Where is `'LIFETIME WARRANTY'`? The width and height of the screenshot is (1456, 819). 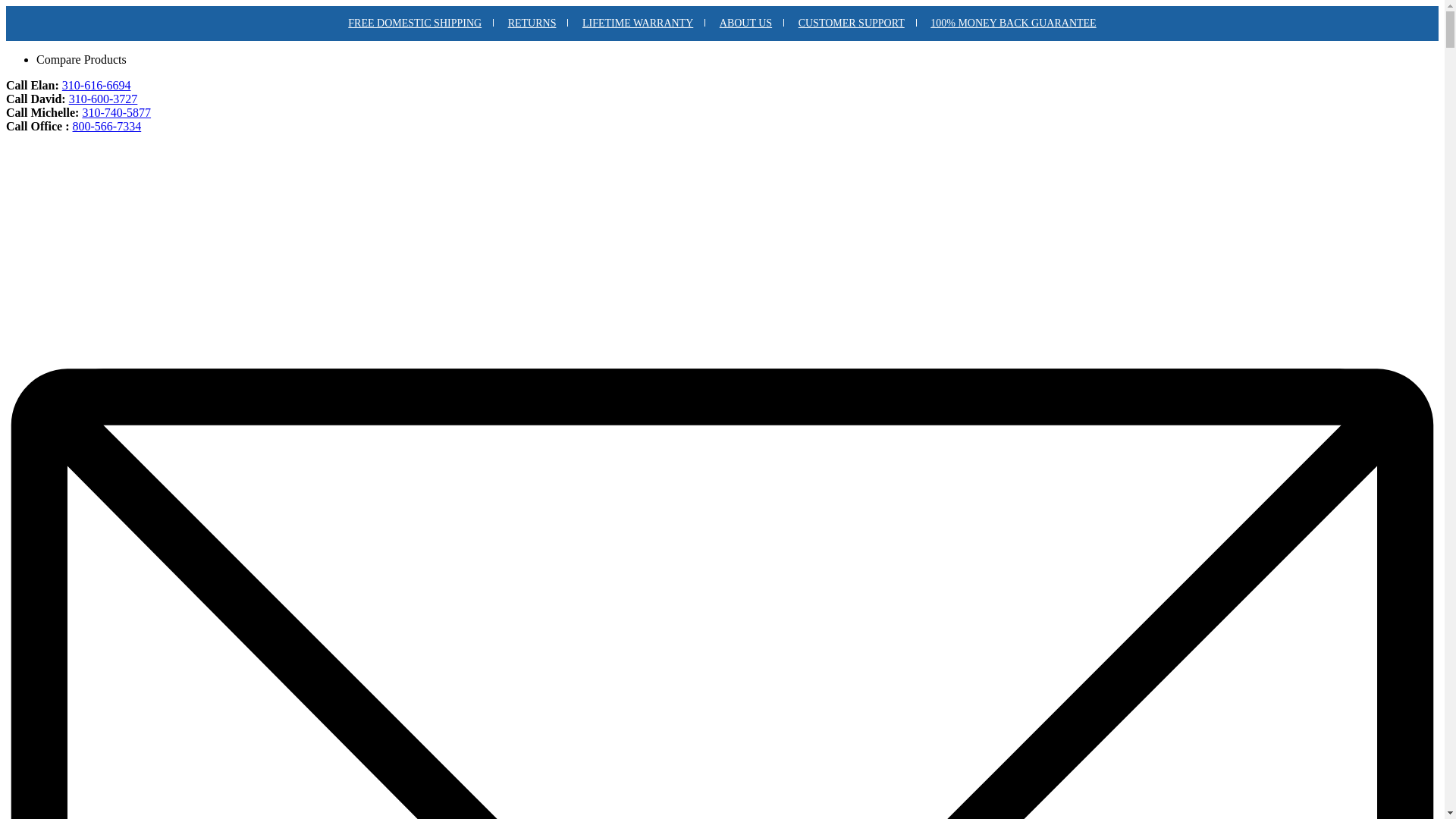 'LIFETIME WARRANTY' is located at coordinates (638, 23).